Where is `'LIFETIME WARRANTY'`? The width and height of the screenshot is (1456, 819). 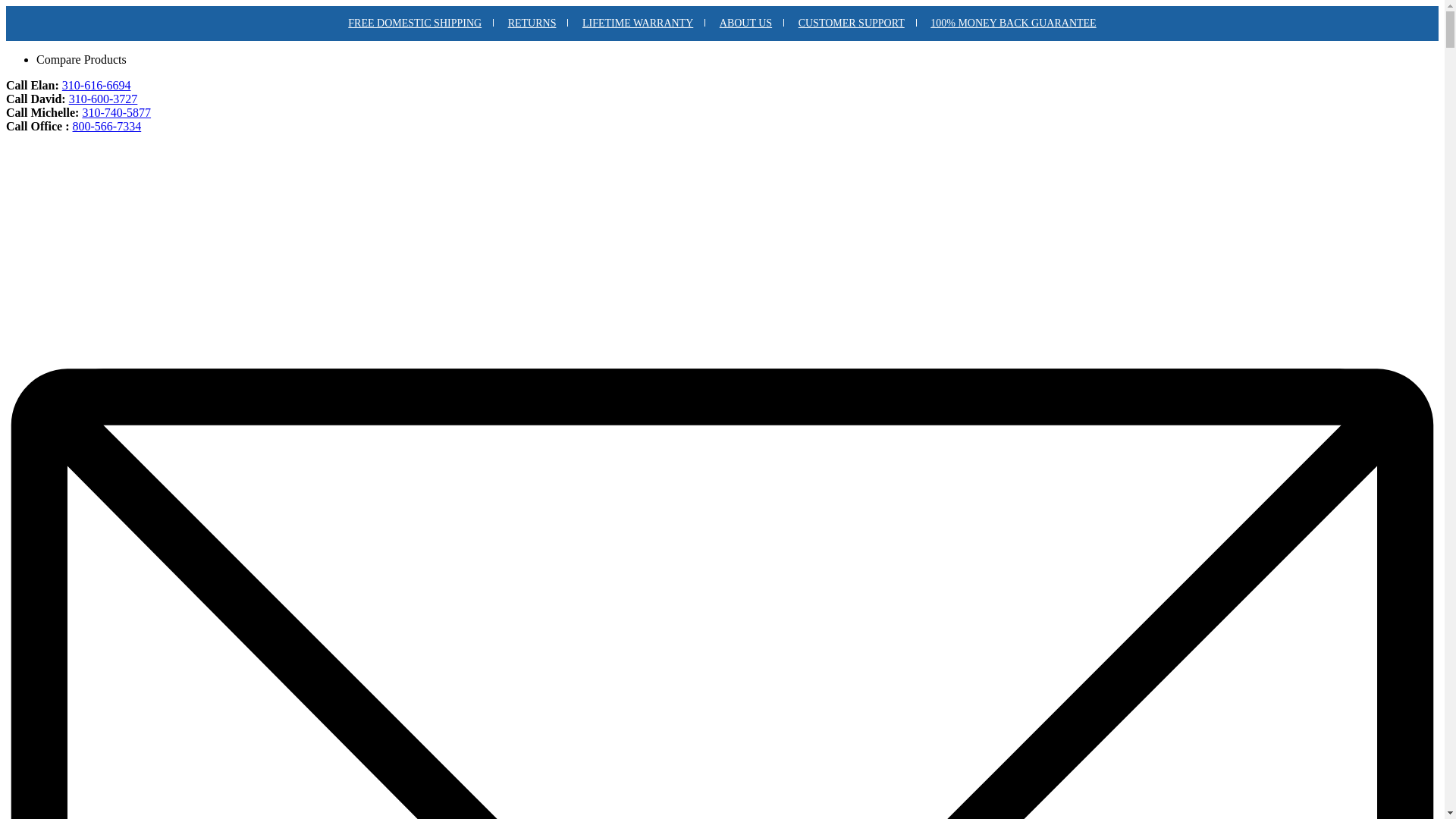 'LIFETIME WARRANTY' is located at coordinates (638, 23).